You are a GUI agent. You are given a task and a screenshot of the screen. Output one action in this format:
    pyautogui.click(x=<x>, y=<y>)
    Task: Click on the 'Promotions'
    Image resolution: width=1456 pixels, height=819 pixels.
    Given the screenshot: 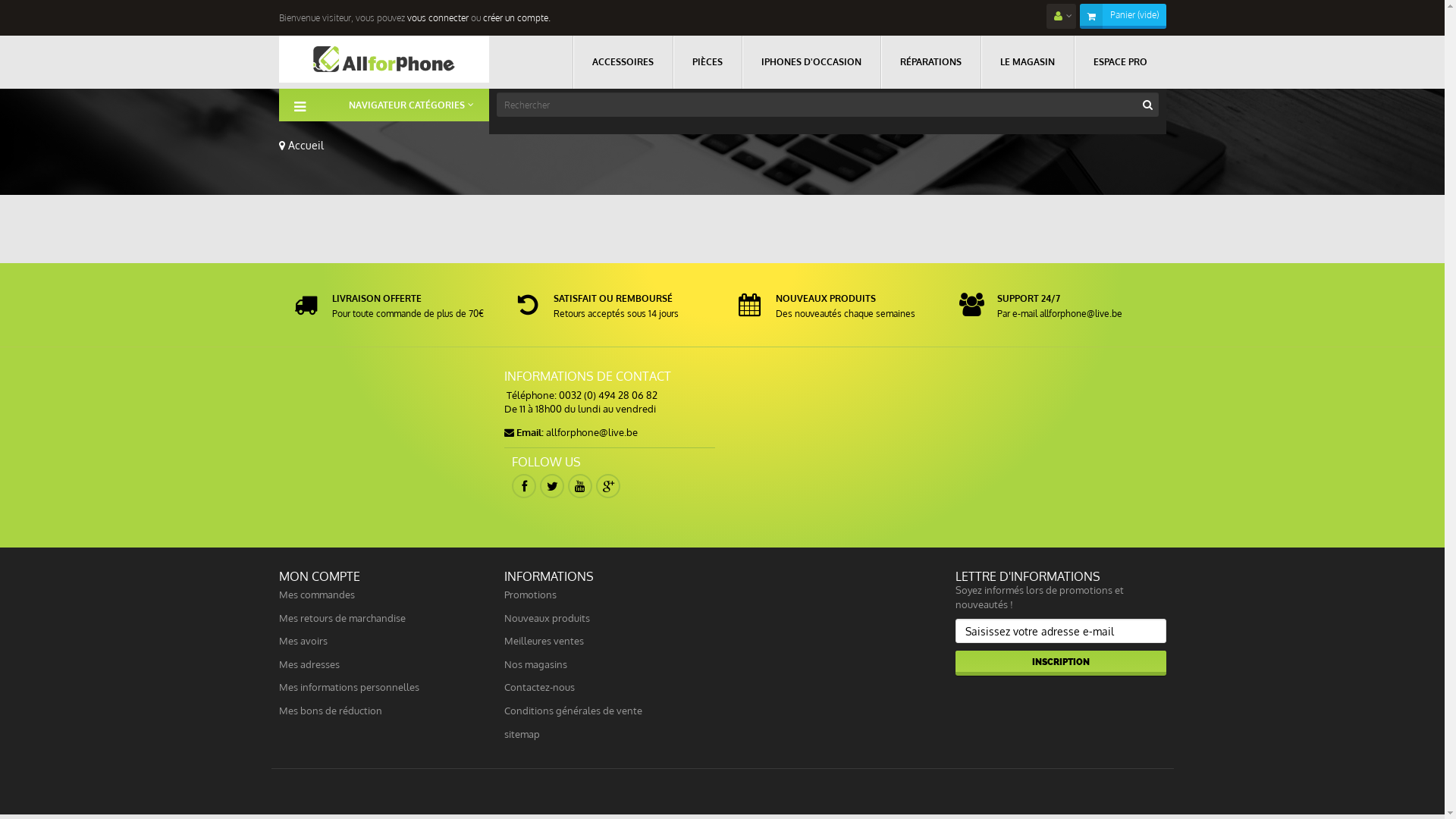 What is the action you would take?
    pyautogui.click(x=530, y=593)
    